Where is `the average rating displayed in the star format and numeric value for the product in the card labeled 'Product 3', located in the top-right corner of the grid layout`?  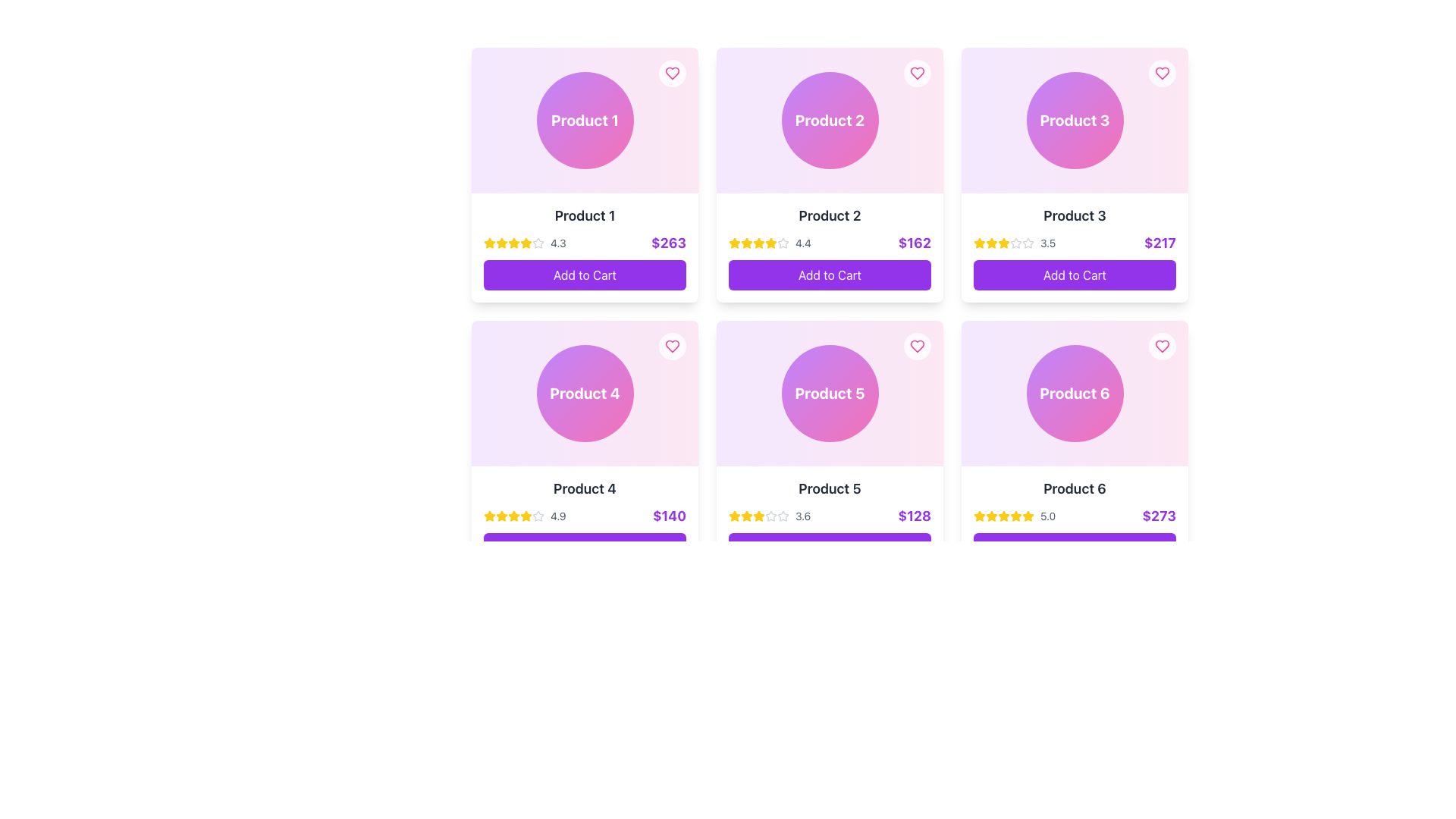 the average rating displayed in the star format and numeric value for the product in the card labeled 'Product 3', located in the top-right corner of the grid layout is located at coordinates (1015, 242).